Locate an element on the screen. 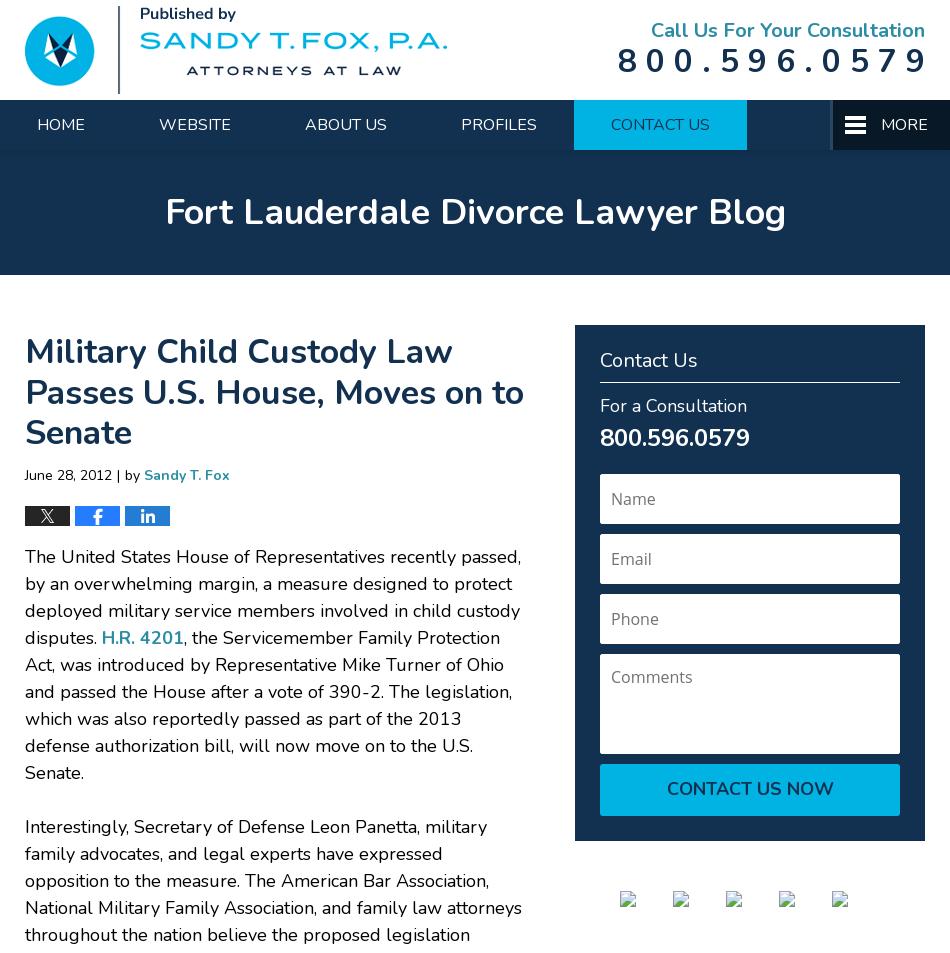  'For a Consultation' is located at coordinates (673, 404).